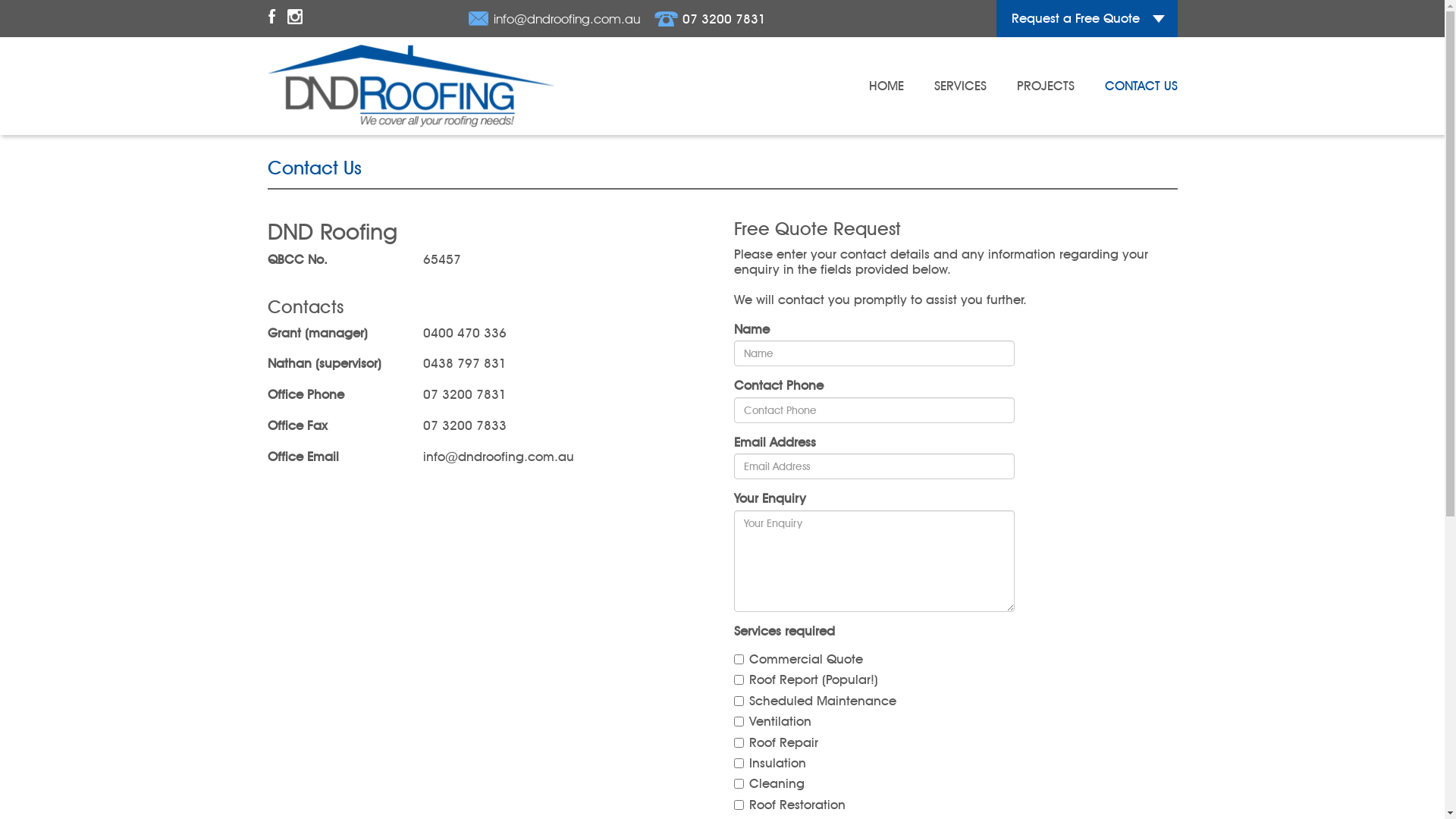  Describe the element at coordinates (886, 85) in the screenshot. I see `'HOME'` at that location.